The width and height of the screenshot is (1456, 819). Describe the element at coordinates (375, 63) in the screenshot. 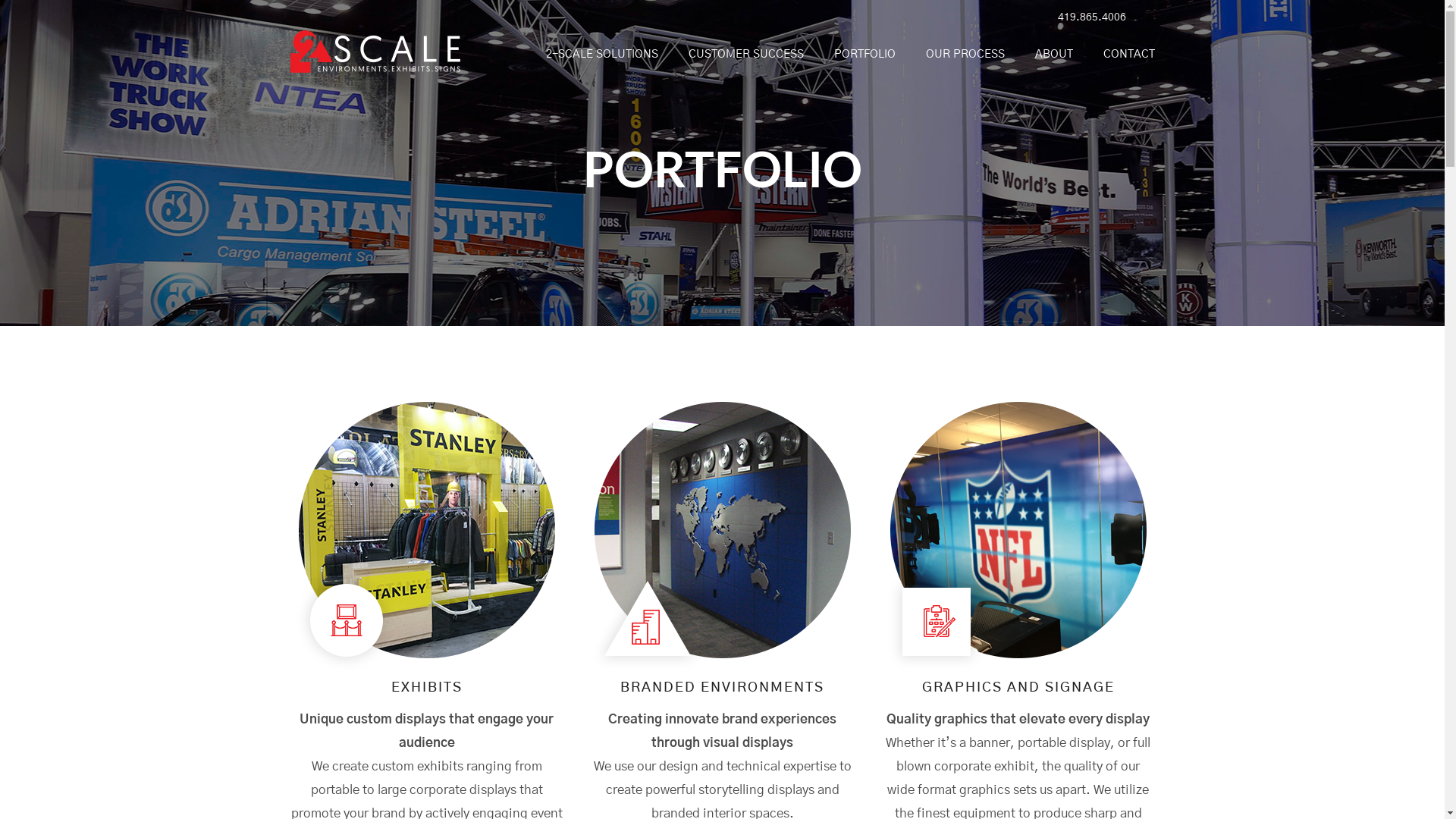

I see `'2-SCALE'` at that location.